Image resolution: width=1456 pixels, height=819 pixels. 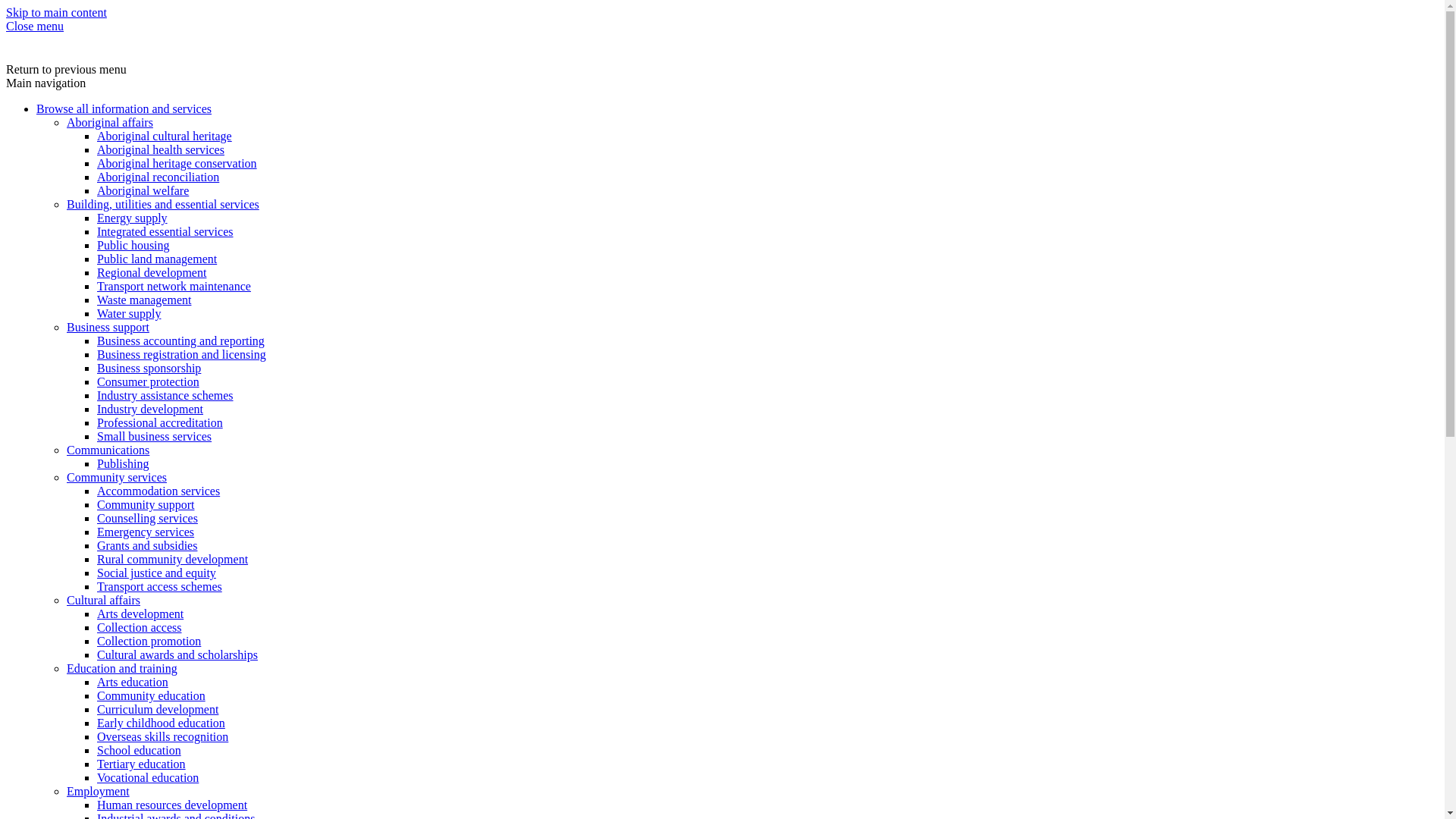 I want to click on 'Transport access schemes', so click(x=159, y=585).